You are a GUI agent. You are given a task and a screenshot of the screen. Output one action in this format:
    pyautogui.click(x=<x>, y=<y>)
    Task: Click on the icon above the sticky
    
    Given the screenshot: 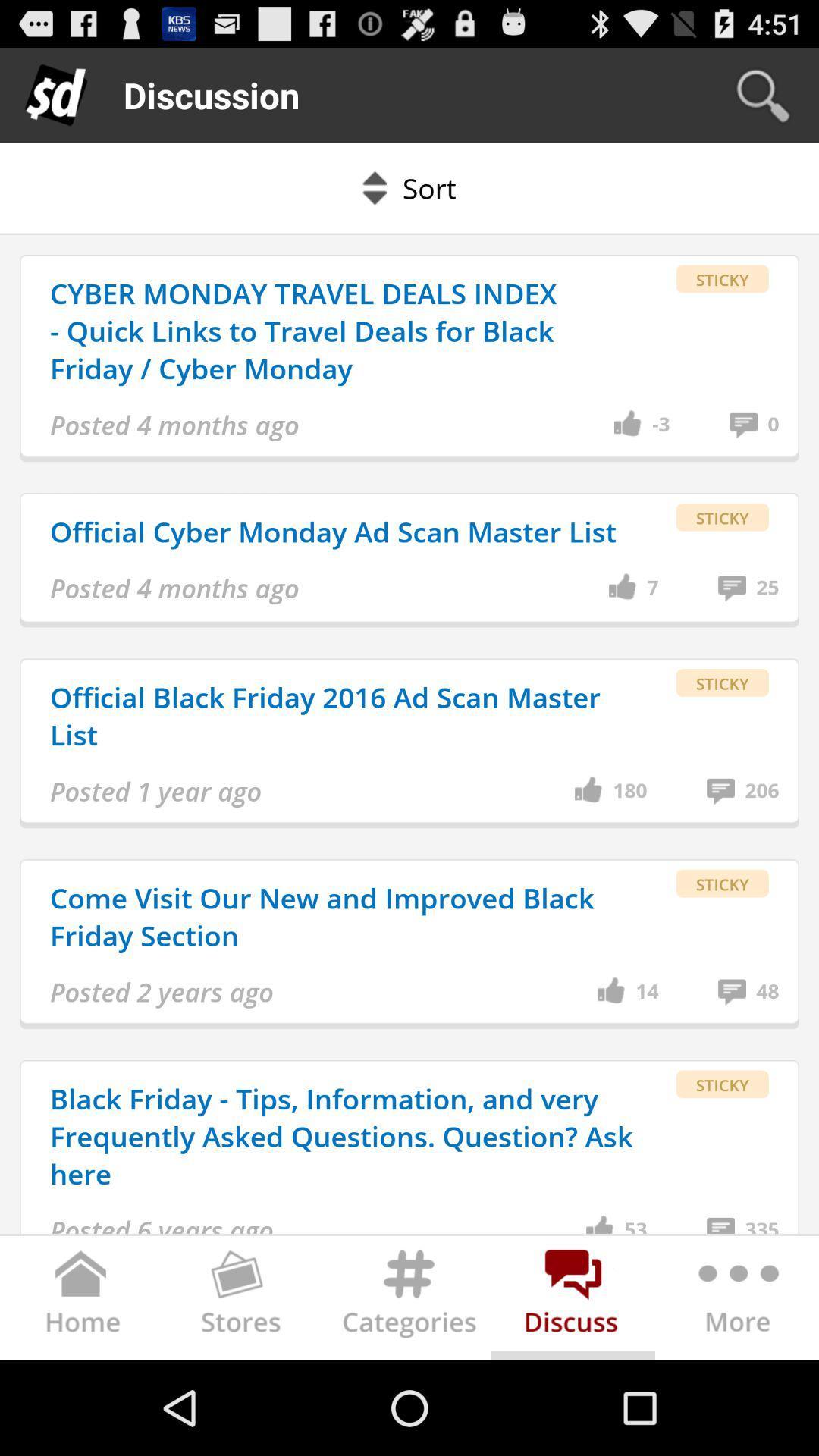 What is the action you would take?
    pyautogui.click(x=767, y=587)
    